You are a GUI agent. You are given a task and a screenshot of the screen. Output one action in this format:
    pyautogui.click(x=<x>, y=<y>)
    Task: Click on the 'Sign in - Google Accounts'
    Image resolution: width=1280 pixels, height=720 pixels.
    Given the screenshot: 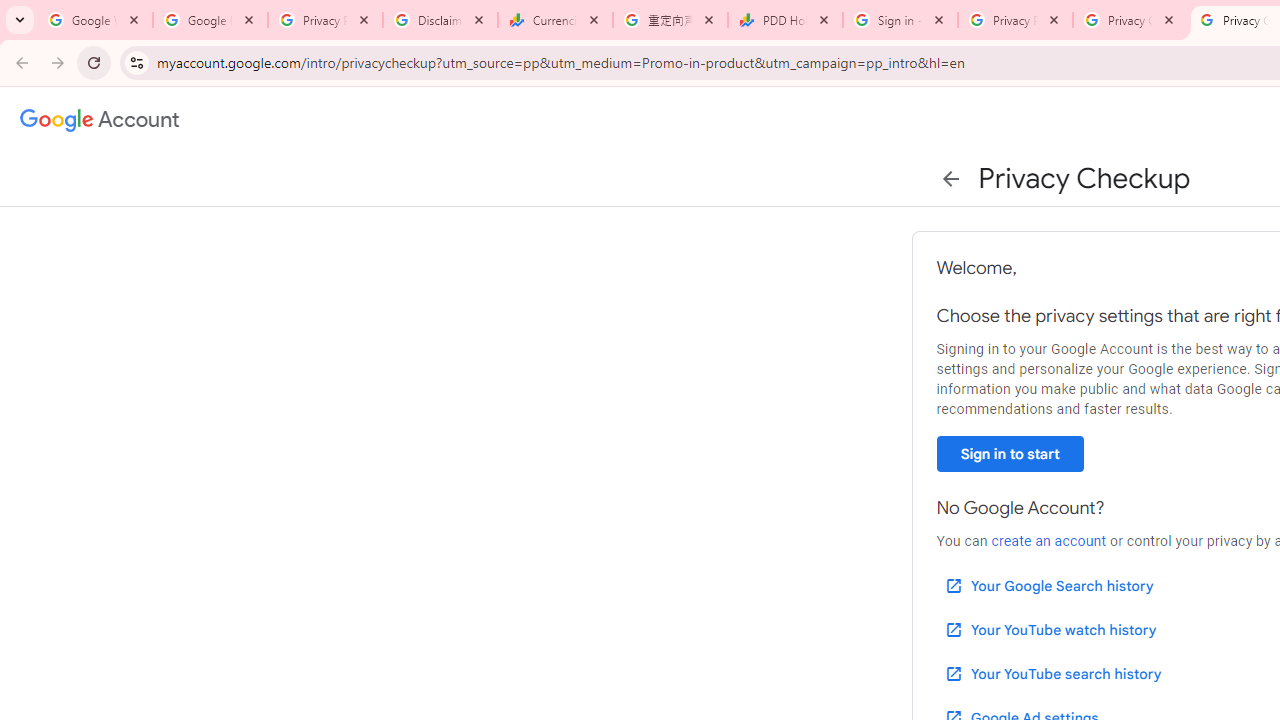 What is the action you would take?
    pyautogui.click(x=899, y=20)
    